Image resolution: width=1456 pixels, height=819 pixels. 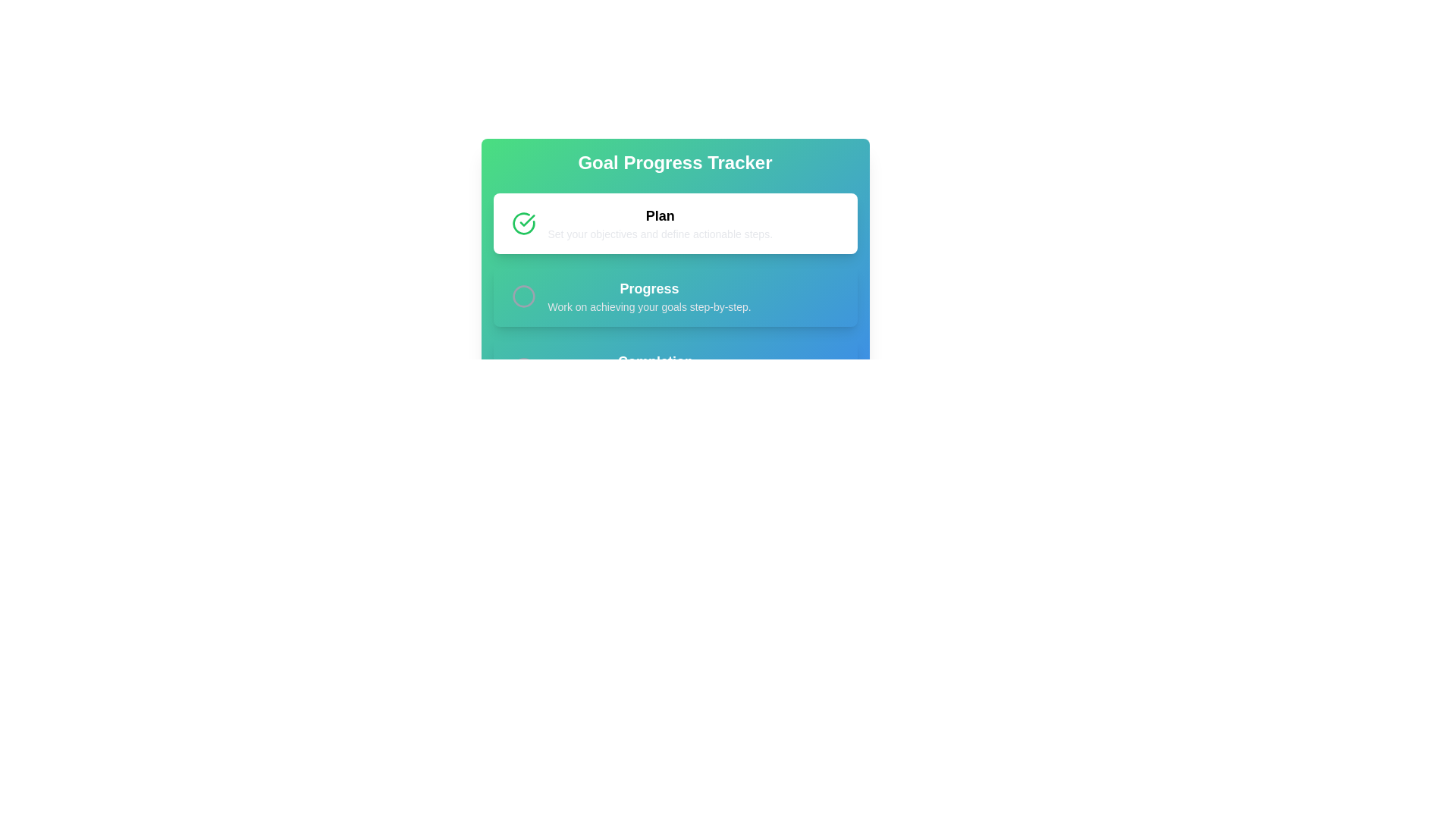 What do you see at coordinates (523, 296) in the screenshot?
I see `the circular SVG graphic element located in the 'Progress' section, positioned below the 'Plan' section and aligned to the left of the text` at bounding box center [523, 296].